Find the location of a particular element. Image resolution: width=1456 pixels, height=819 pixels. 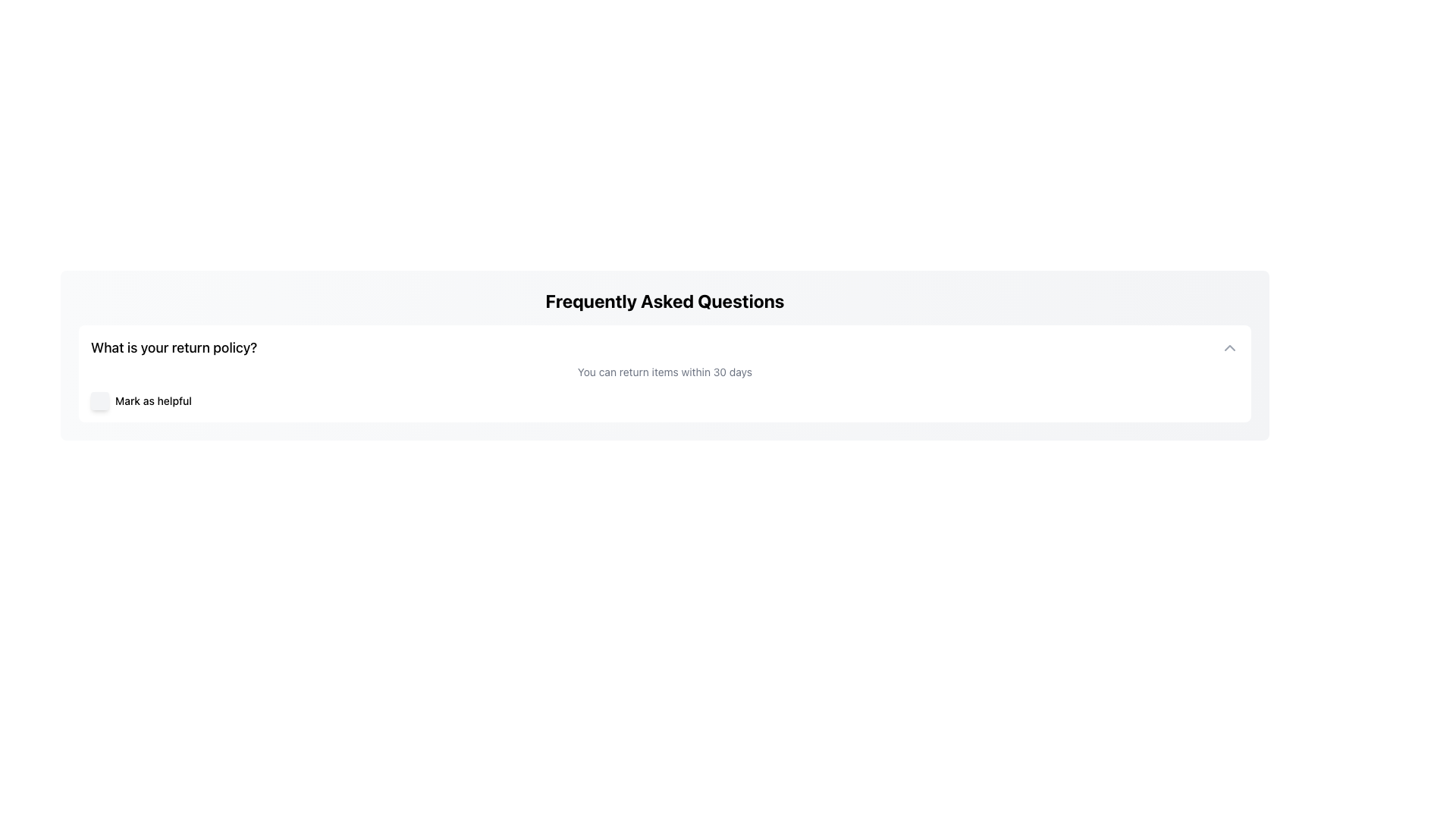

the static text label providing information about the return policy, located directly under the question 'What is your return policy?' is located at coordinates (665, 372).